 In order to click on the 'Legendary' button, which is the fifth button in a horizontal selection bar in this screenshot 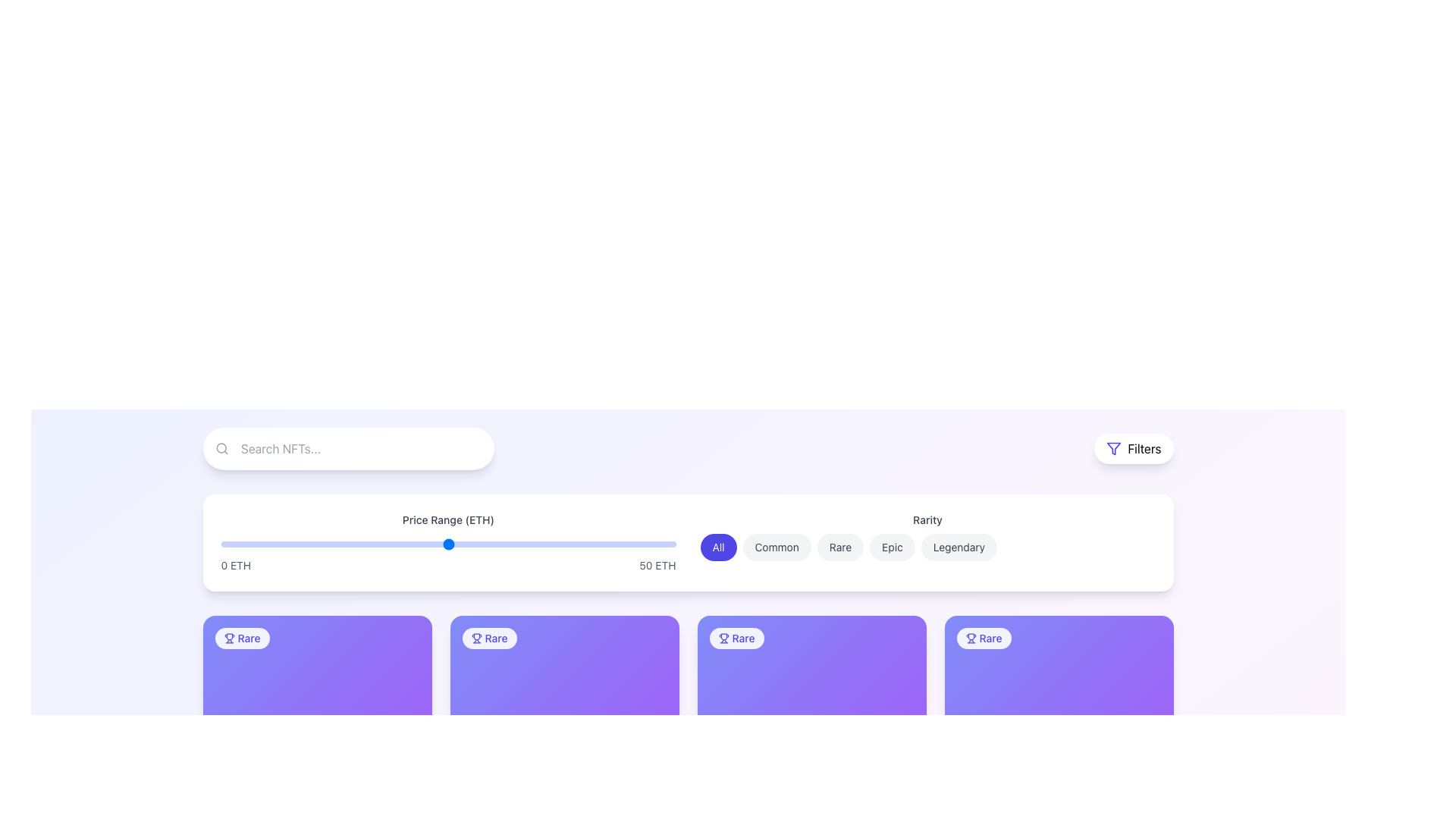, I will do `click(958, 547)`.